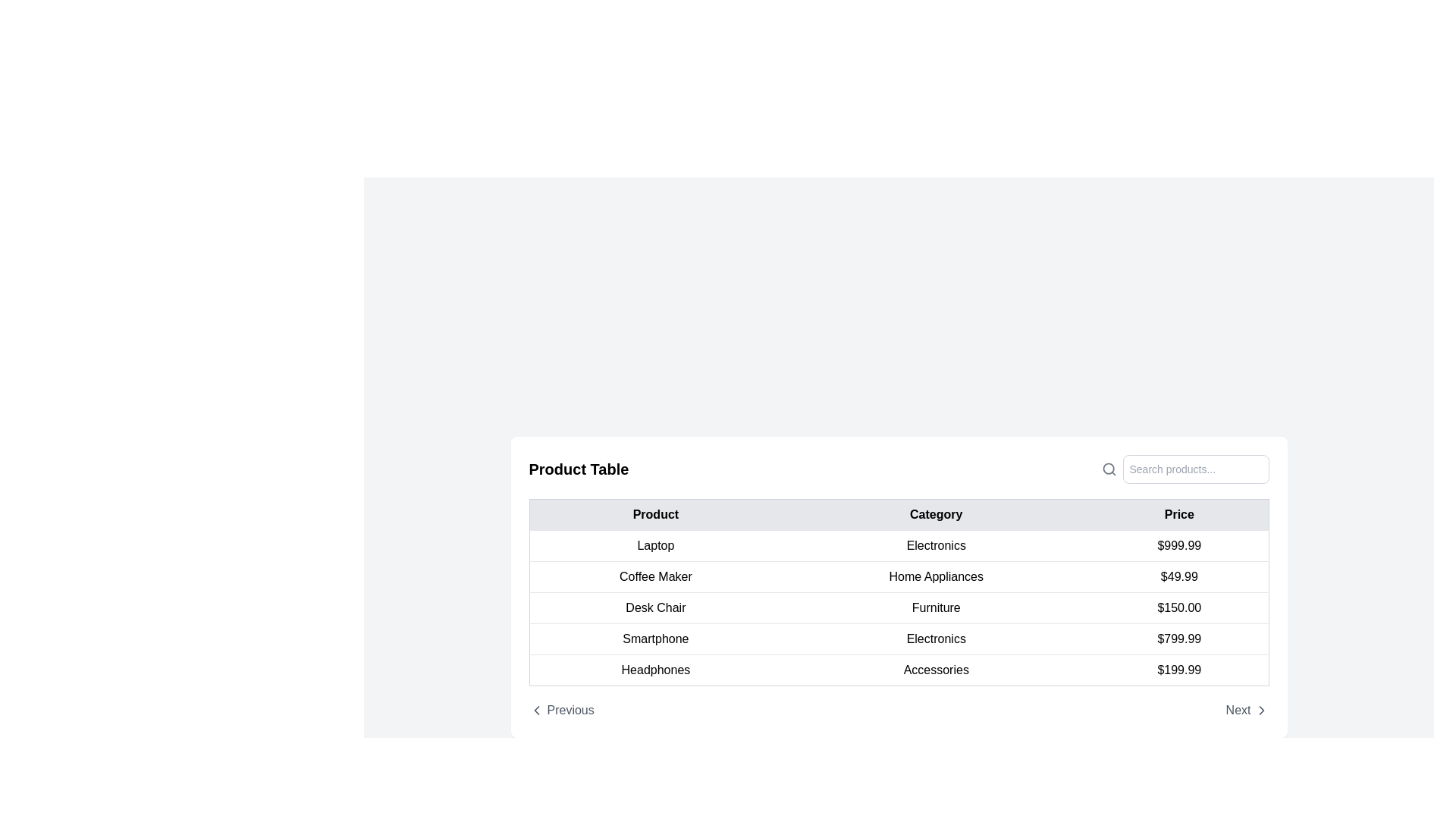 Image resolution: width=1456 pixels, height=819 pixels. Describe the element at coordinates (570, 710) in the screenshot. I see `the 'Previous' text label or hyperlink, which is styled like a navigation button and positioned next to a left-pointing arrow icon` at that location.